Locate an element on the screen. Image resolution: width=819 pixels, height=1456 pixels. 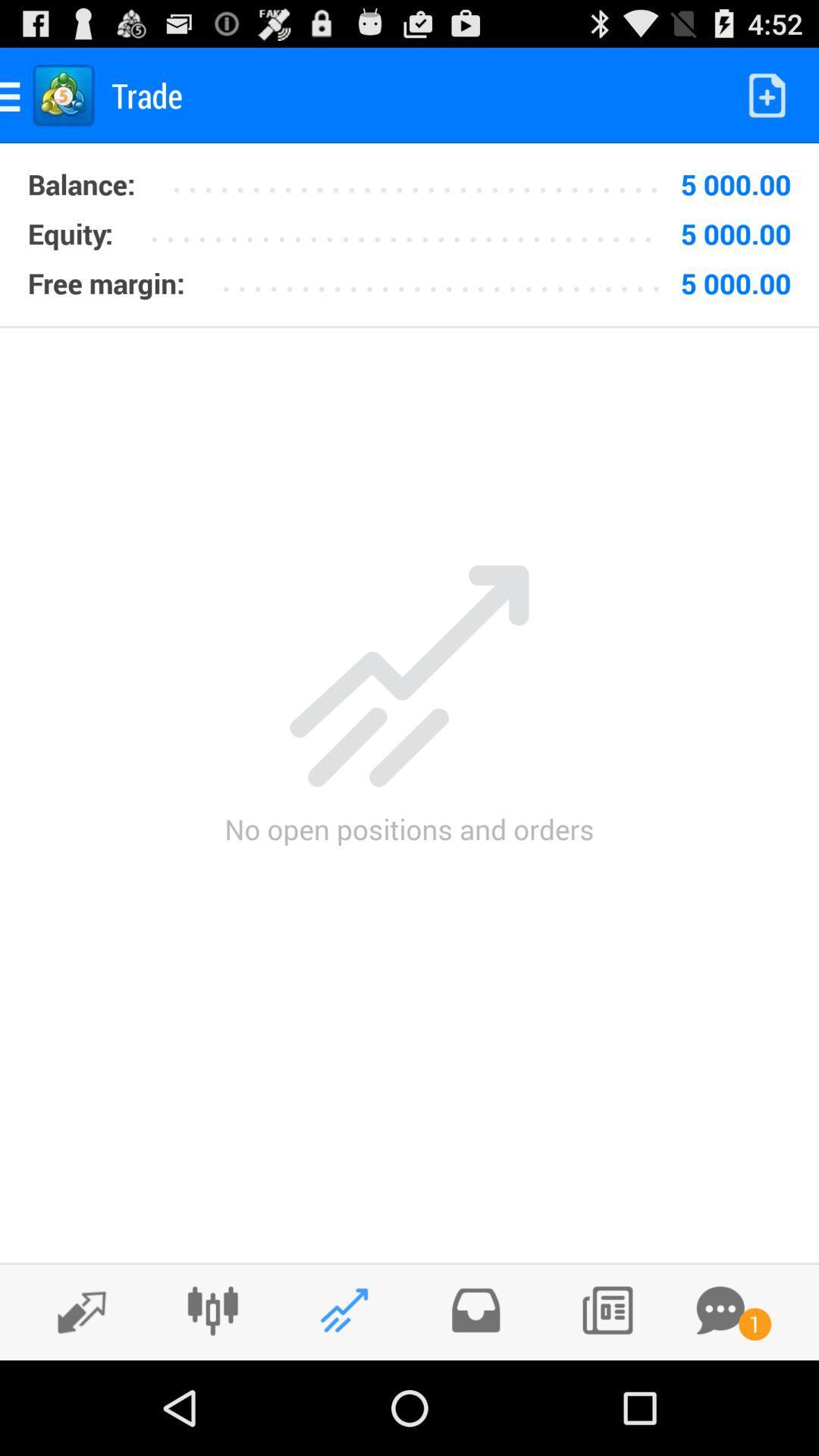
item to the left of 5 000.00 is located at coordinates (422, 179).